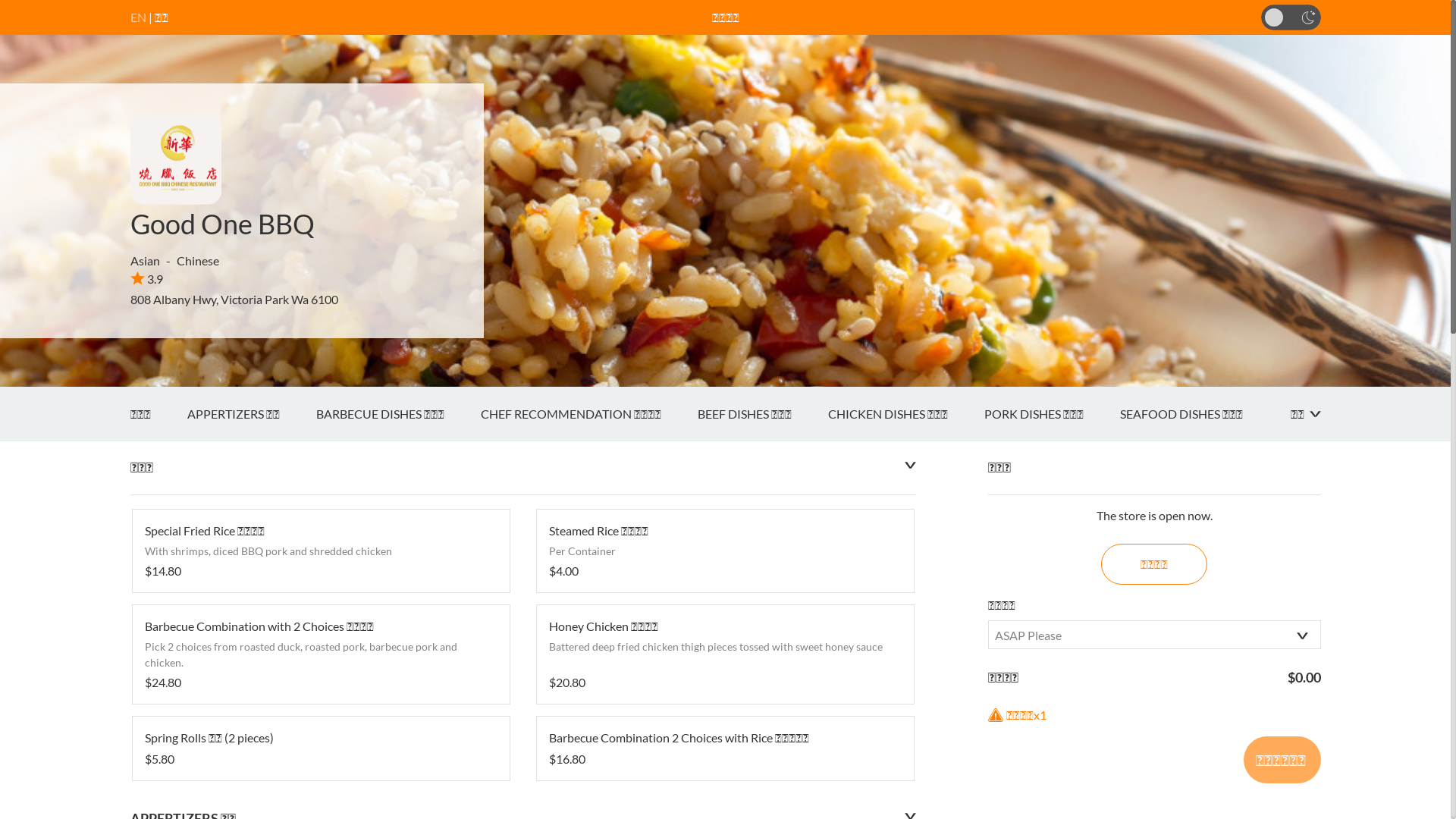 The height and width of the screenshot is (819, 1456). What do you see at coordinates (130, 278) in the screenshot?
I see `'3.9'` at bounding box center [130, 278].